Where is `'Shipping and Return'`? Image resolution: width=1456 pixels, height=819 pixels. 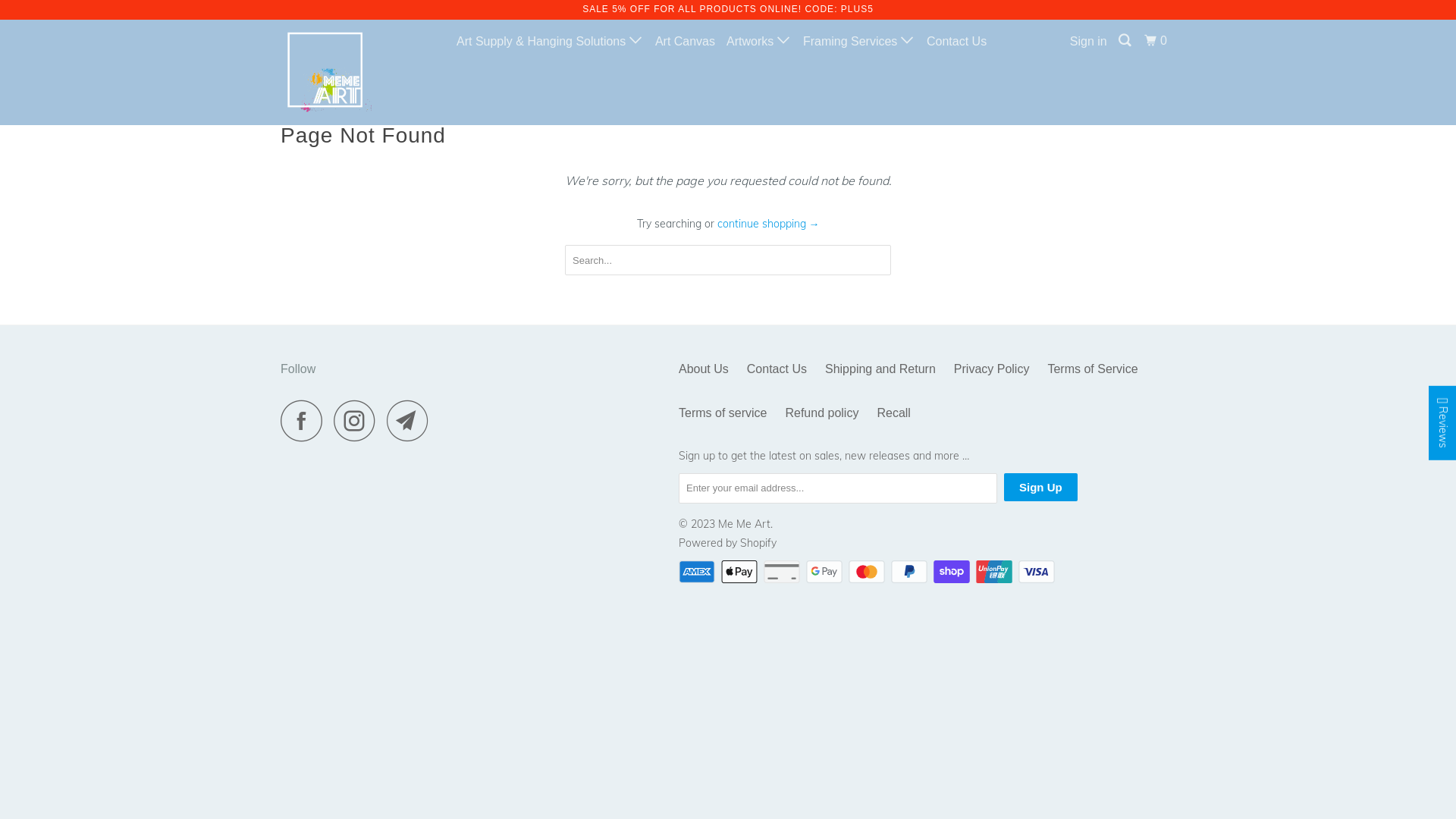
'Shipping and Return' is located at coordinates (880, 369).